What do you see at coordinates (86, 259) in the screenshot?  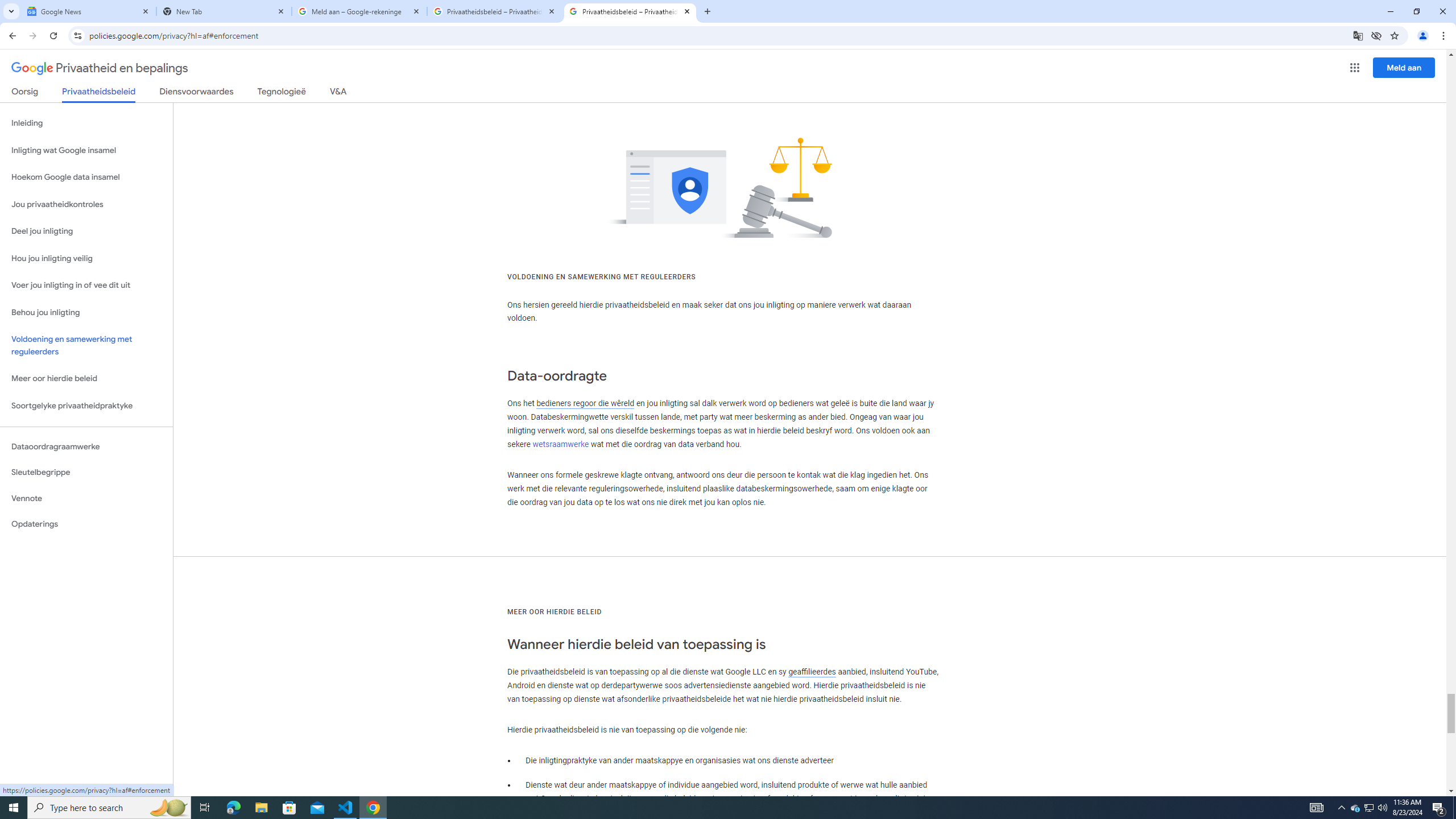 I see `'Hou jou inligting veilig'` at bounding box center [86, 259].